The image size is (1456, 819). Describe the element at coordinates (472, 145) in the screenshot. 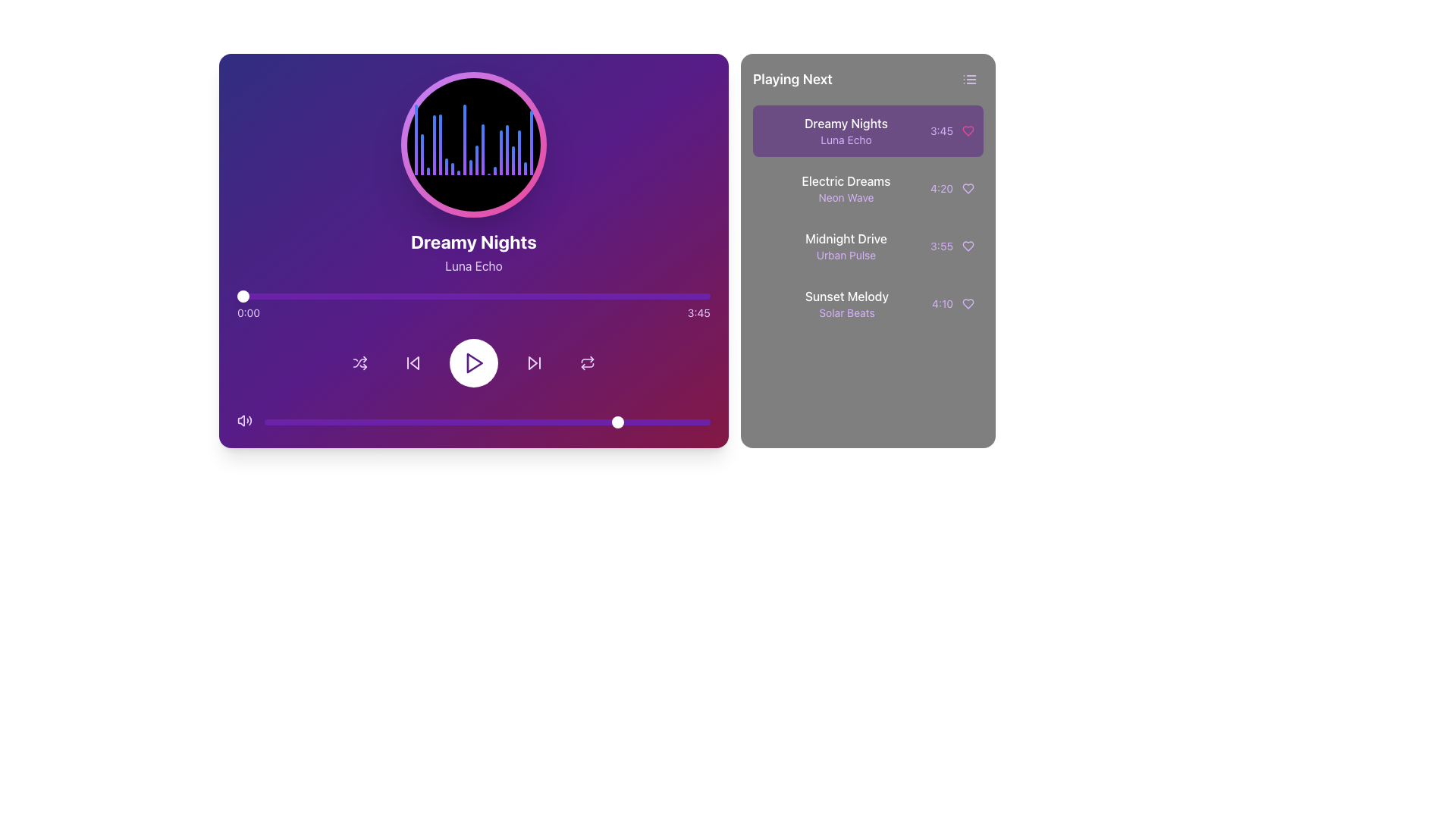

I see `the dynamic visual component, specifically the music equalizer visualization, which is a circular area with a black background and vertical gradient bars, located at the top-center of the music player interface` at that location.